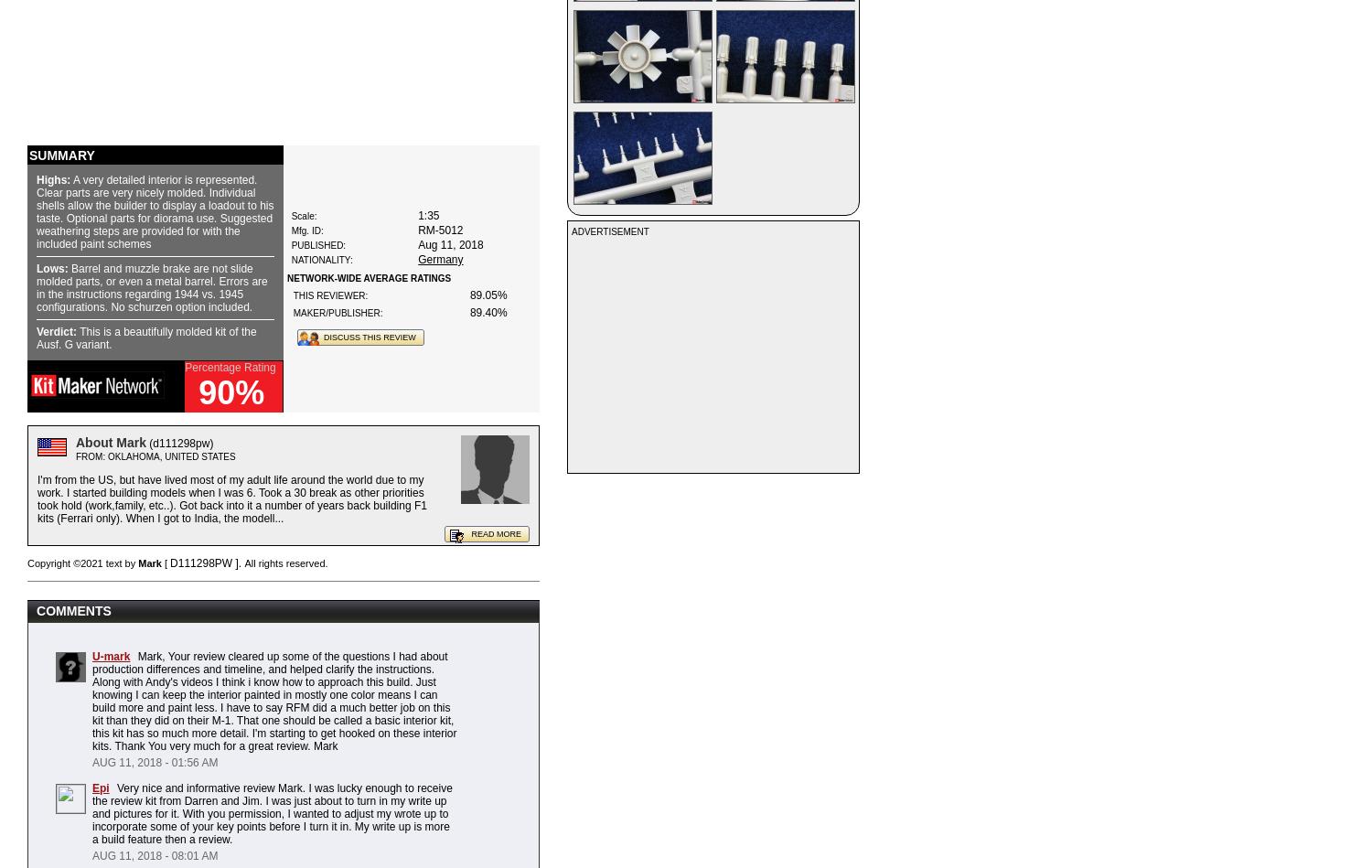 This screenshot has width=1372, height=868. I want to click on 'PUBLISHED:', so click(317, 244).